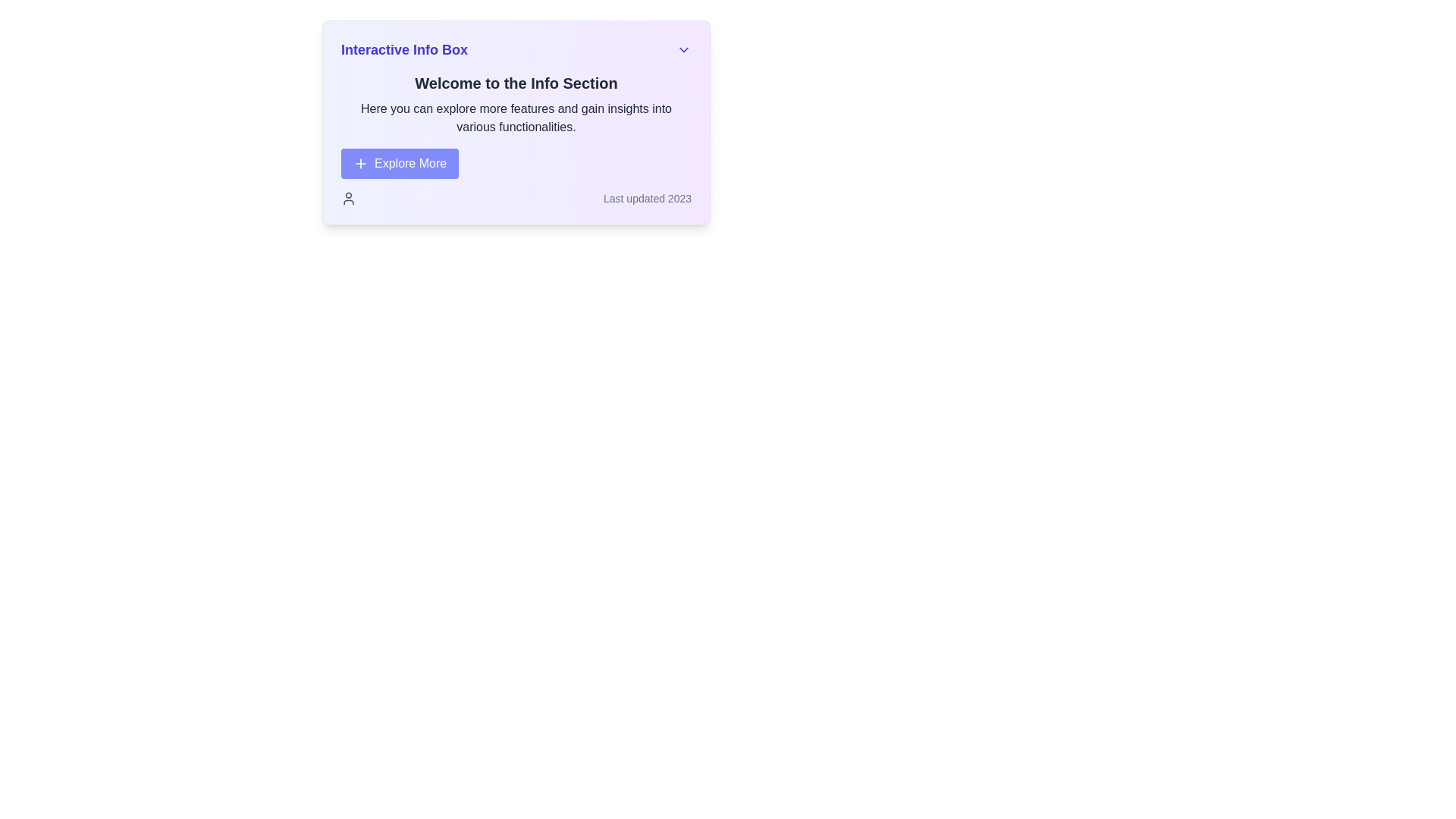 The image size is (1456, 819). Describe the element at coordinates (400, 164) in the screenshot. I see `the call-to-action button located below the 'Welcome to the Info Section' header for keyboard navigation` at that location.